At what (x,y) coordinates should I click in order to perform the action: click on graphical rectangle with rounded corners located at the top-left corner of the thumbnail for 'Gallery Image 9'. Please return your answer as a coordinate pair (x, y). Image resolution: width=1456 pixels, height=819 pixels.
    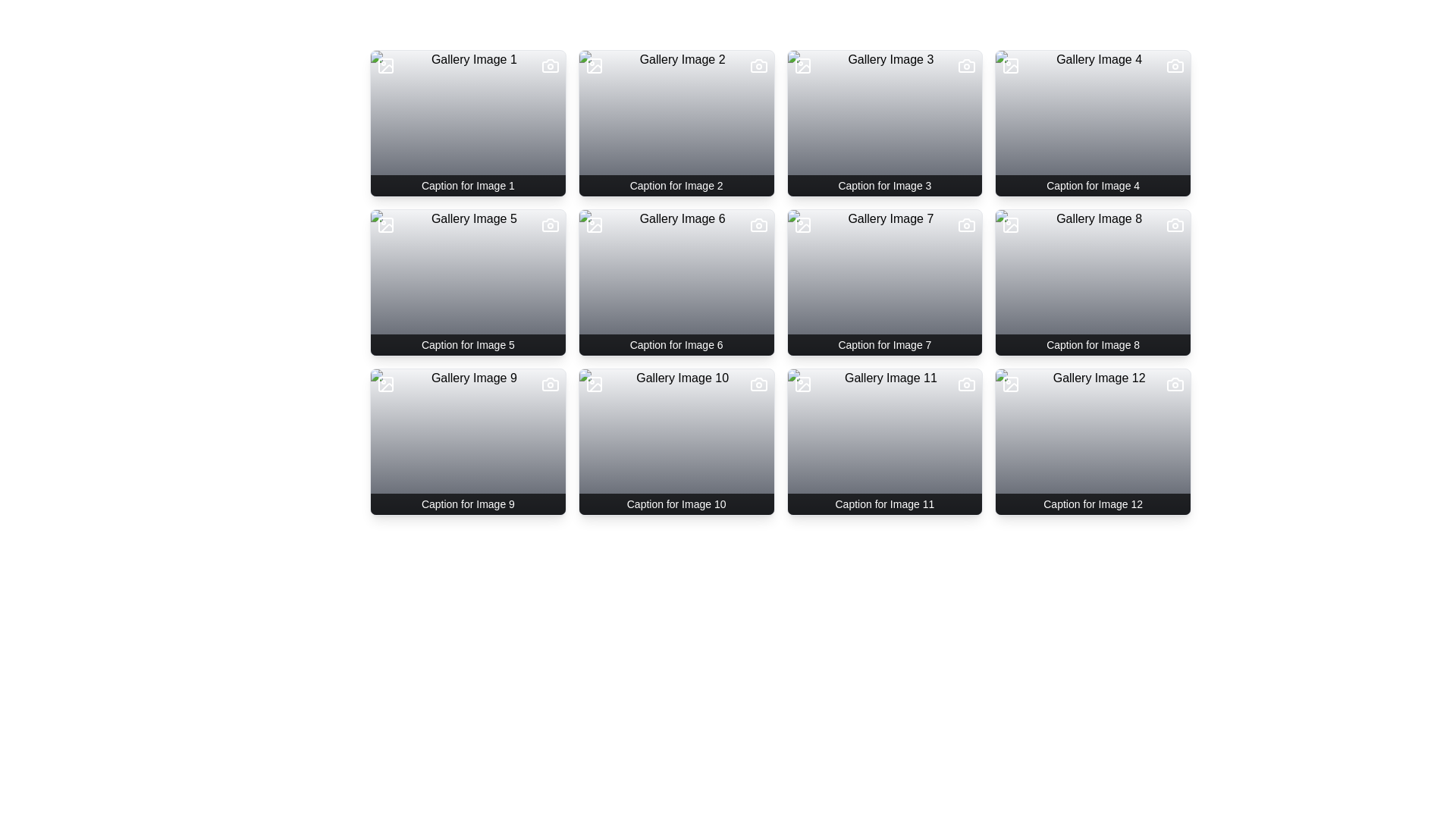
    Looking at the image, I should click on (385, 383).